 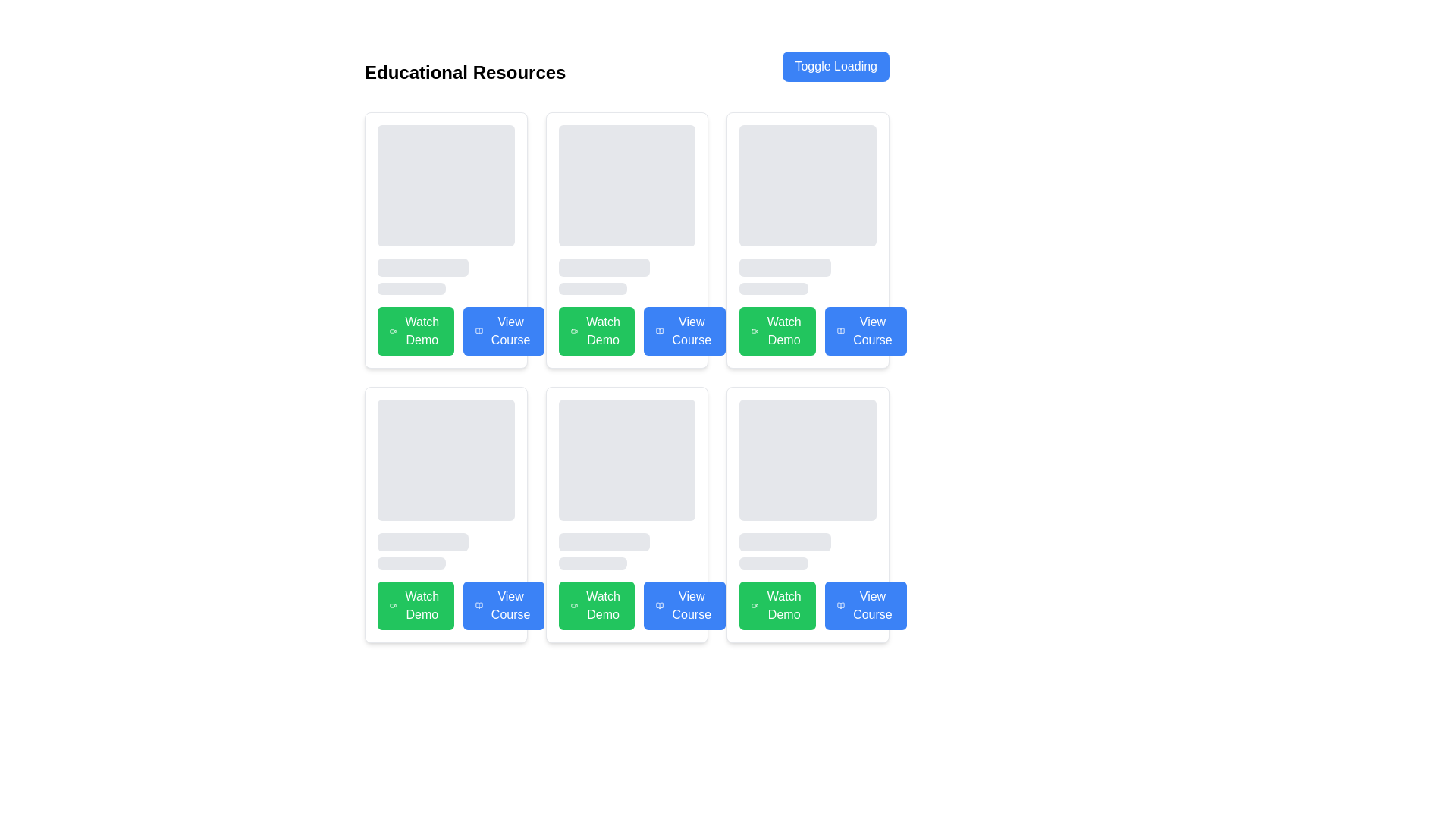 What do you see at coordinates (626, 485) in the screenshot?
I see `the rectangular placeholder with a light gray background and rounded corners located in the second row and second column of a grid, which serves as a visual placeholder for an image` at bounding box center [626, 485].